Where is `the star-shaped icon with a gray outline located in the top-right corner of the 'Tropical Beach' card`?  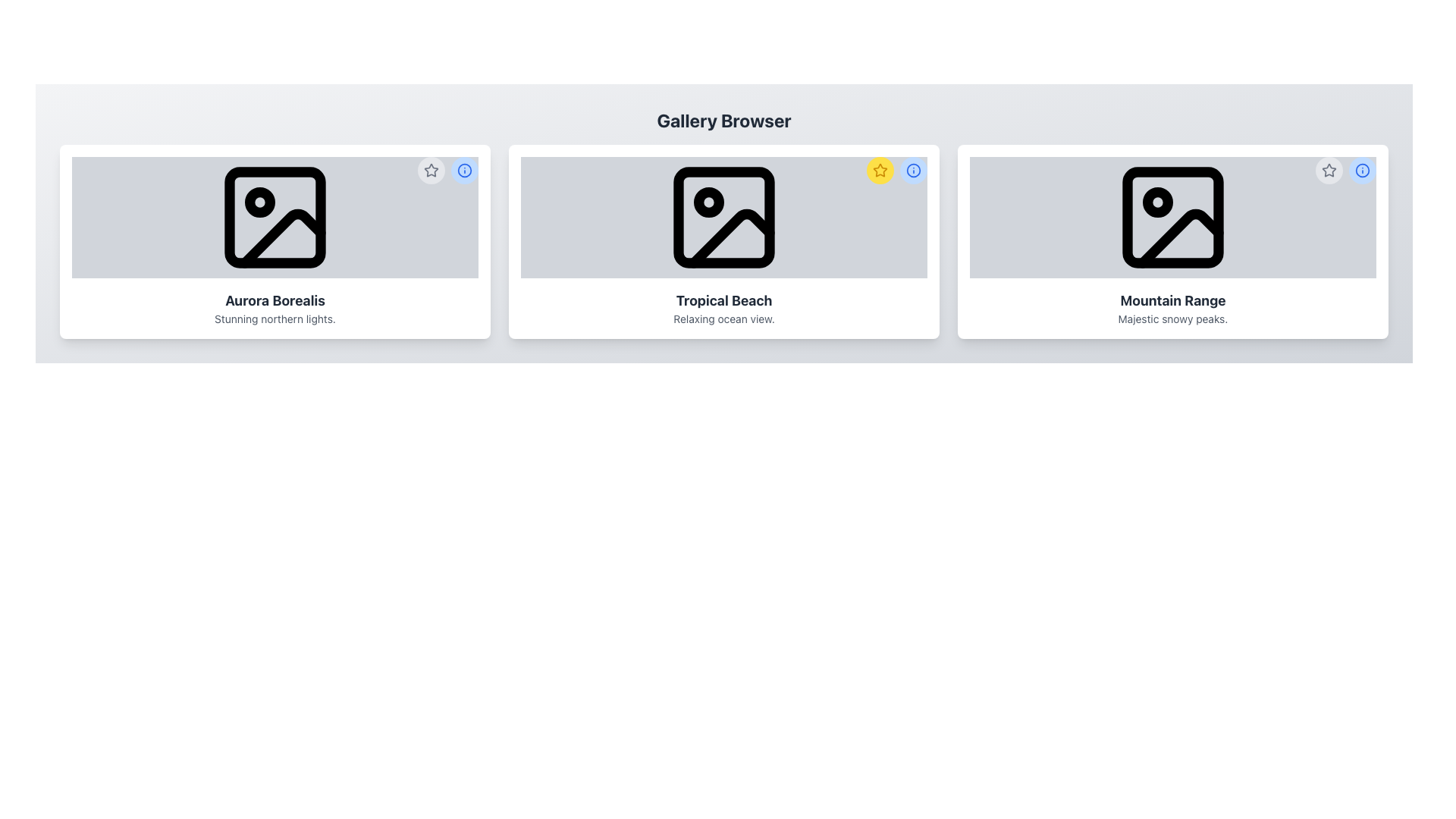
the star-shaped icon with a gray outline located in the top-right corner of the 'Tropical Beach' card is located at coordinates (431, 170).